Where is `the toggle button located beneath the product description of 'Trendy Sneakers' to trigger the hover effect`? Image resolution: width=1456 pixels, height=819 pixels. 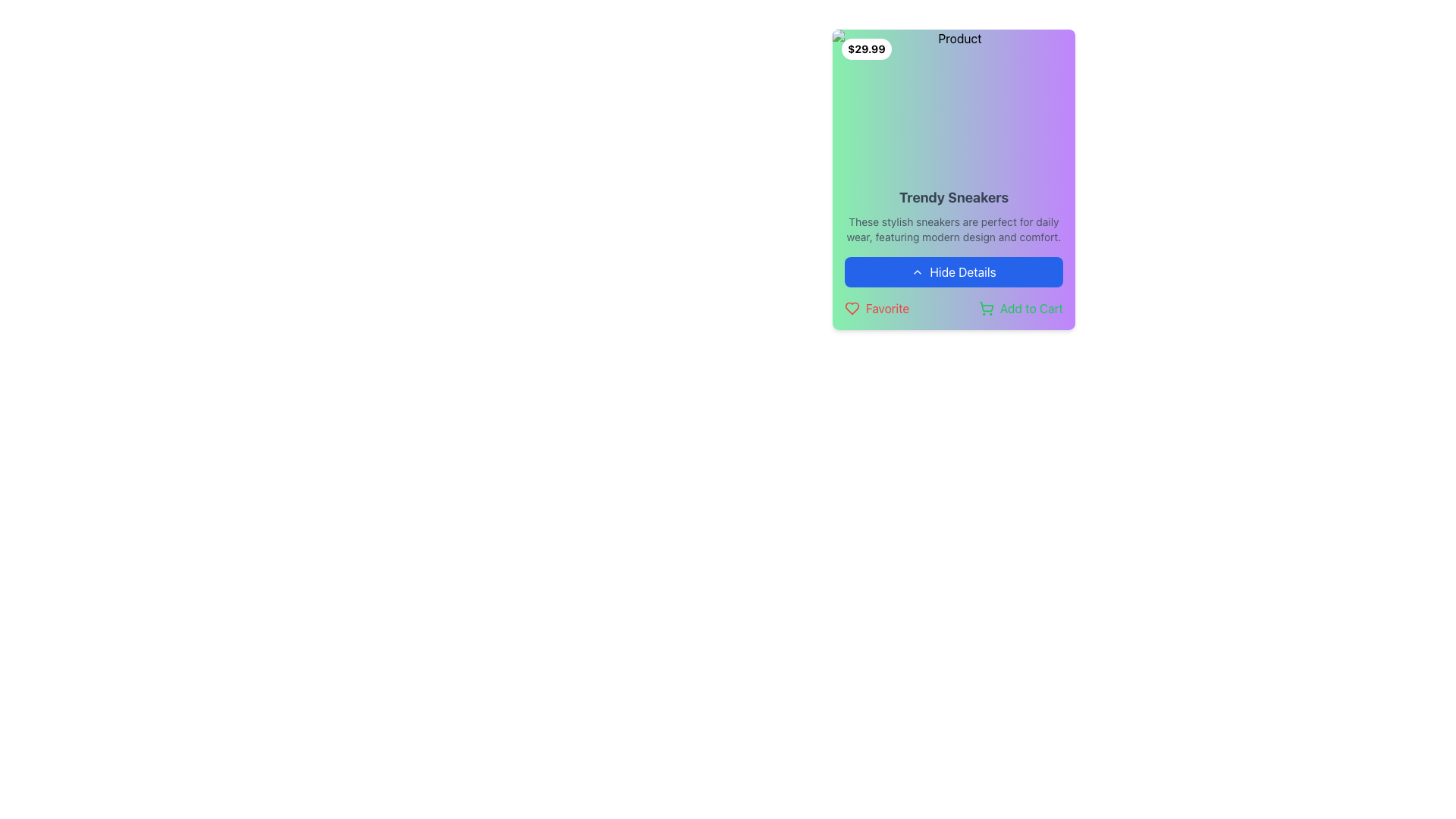
the toggle button located beneath the product description of 'Trendy Sneakers' to trigger the hover effect is located at coordinates (952, 271).